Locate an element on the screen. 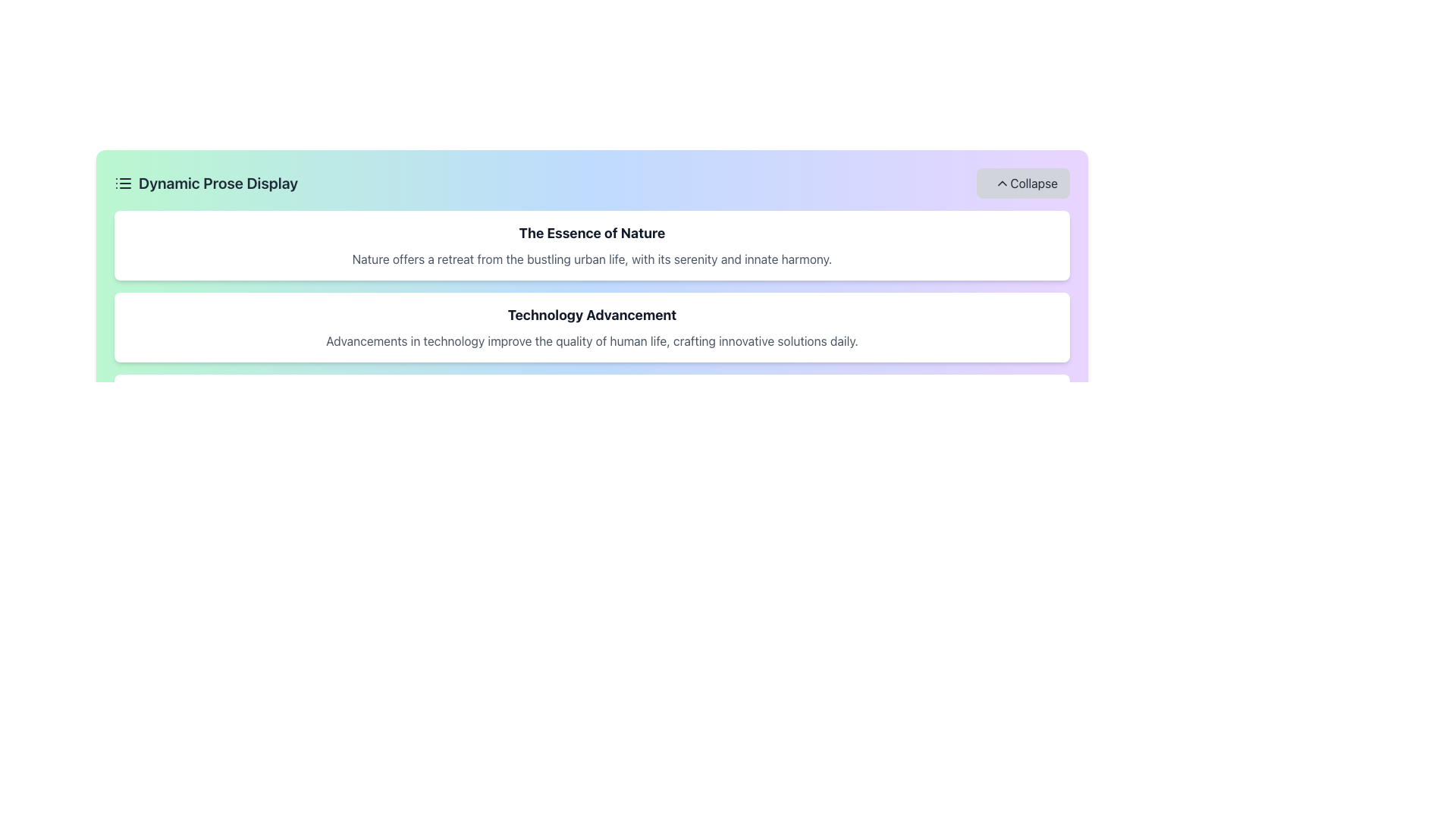 Image resolution: width=1456 pixels, height=819 pixels. the header bar with the text label 'Dynamic Prose Display' is located at coordinates (591, 183).